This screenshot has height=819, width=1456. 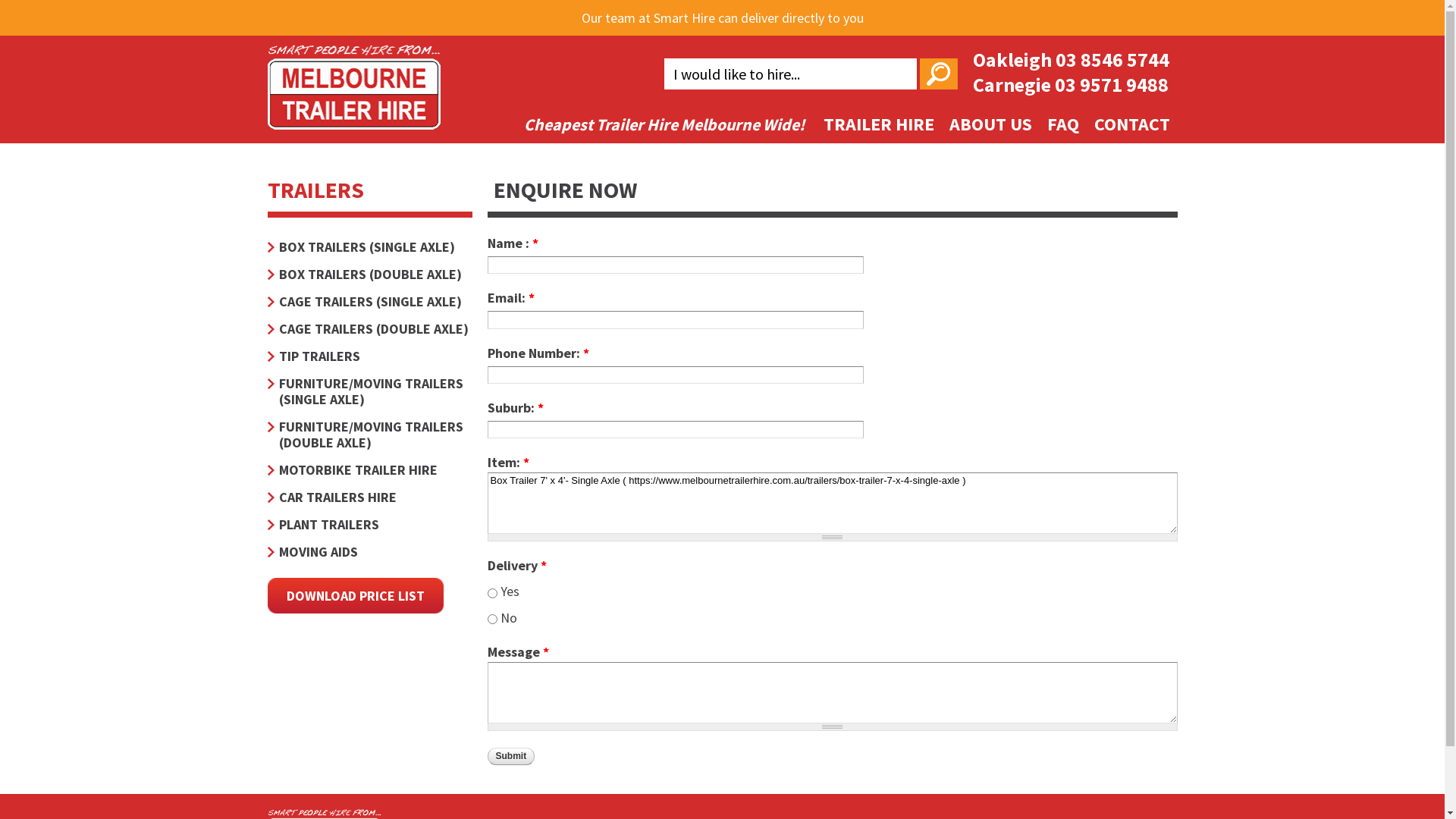 I want to click on 'BOX TRAILERS (SINGLE AXLE)', so click(x=369, y=246).